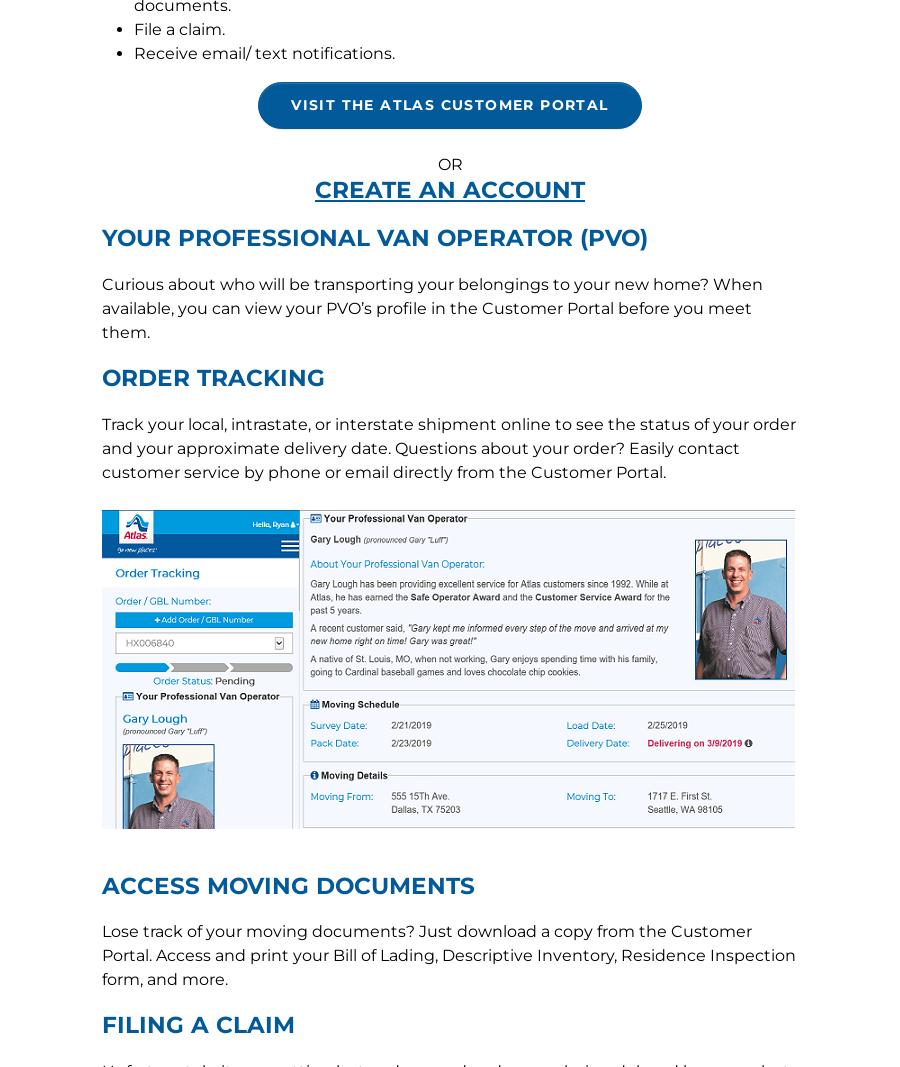 This screenshot has height=1067, width=900. I want to click on 'Exercise Your Rights', so click(263, 491).